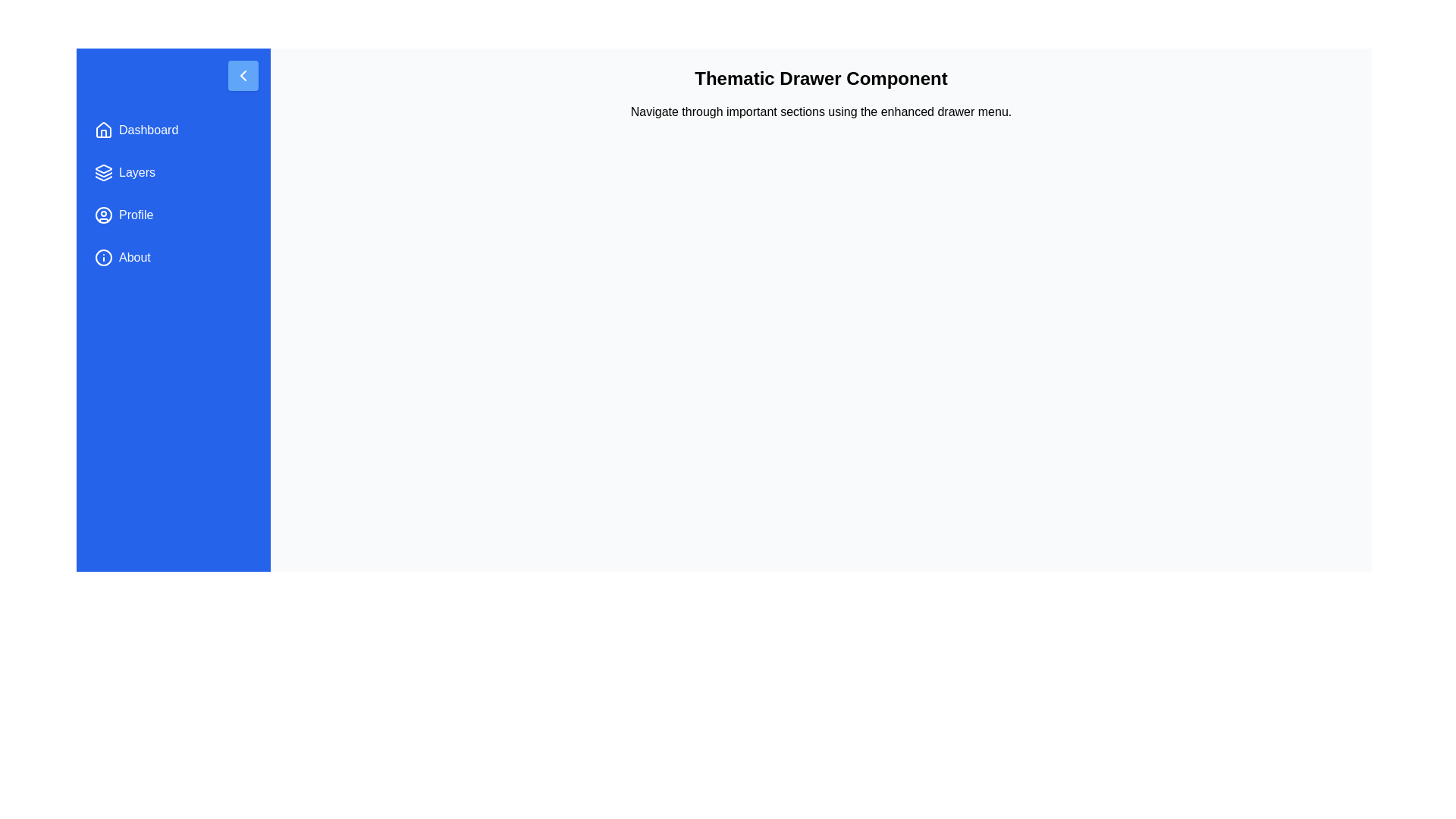 The height and width of the screenshot is (819, 1456). I want to click on the menu item About to reveal its highlight, so click(174, 256).